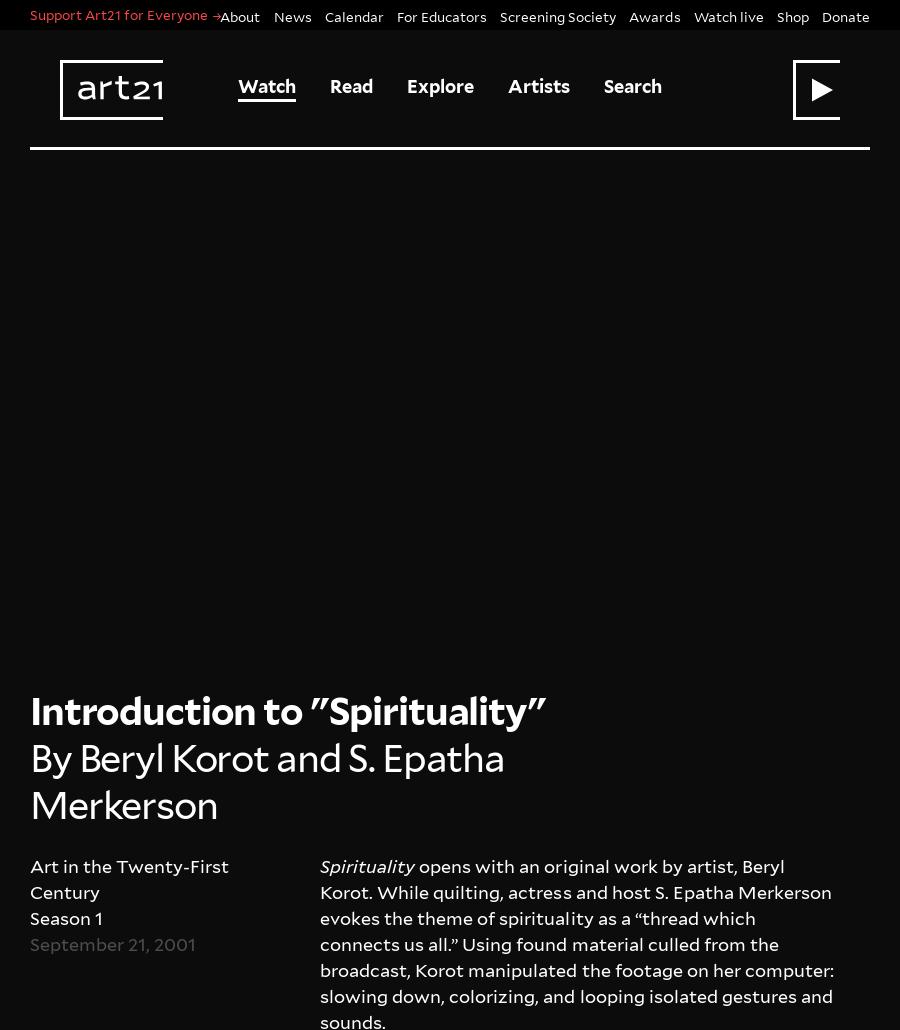 The width and height of the screenshot is (900, 1030). I want to click on 'Television series on PBS', so click(408, 994).